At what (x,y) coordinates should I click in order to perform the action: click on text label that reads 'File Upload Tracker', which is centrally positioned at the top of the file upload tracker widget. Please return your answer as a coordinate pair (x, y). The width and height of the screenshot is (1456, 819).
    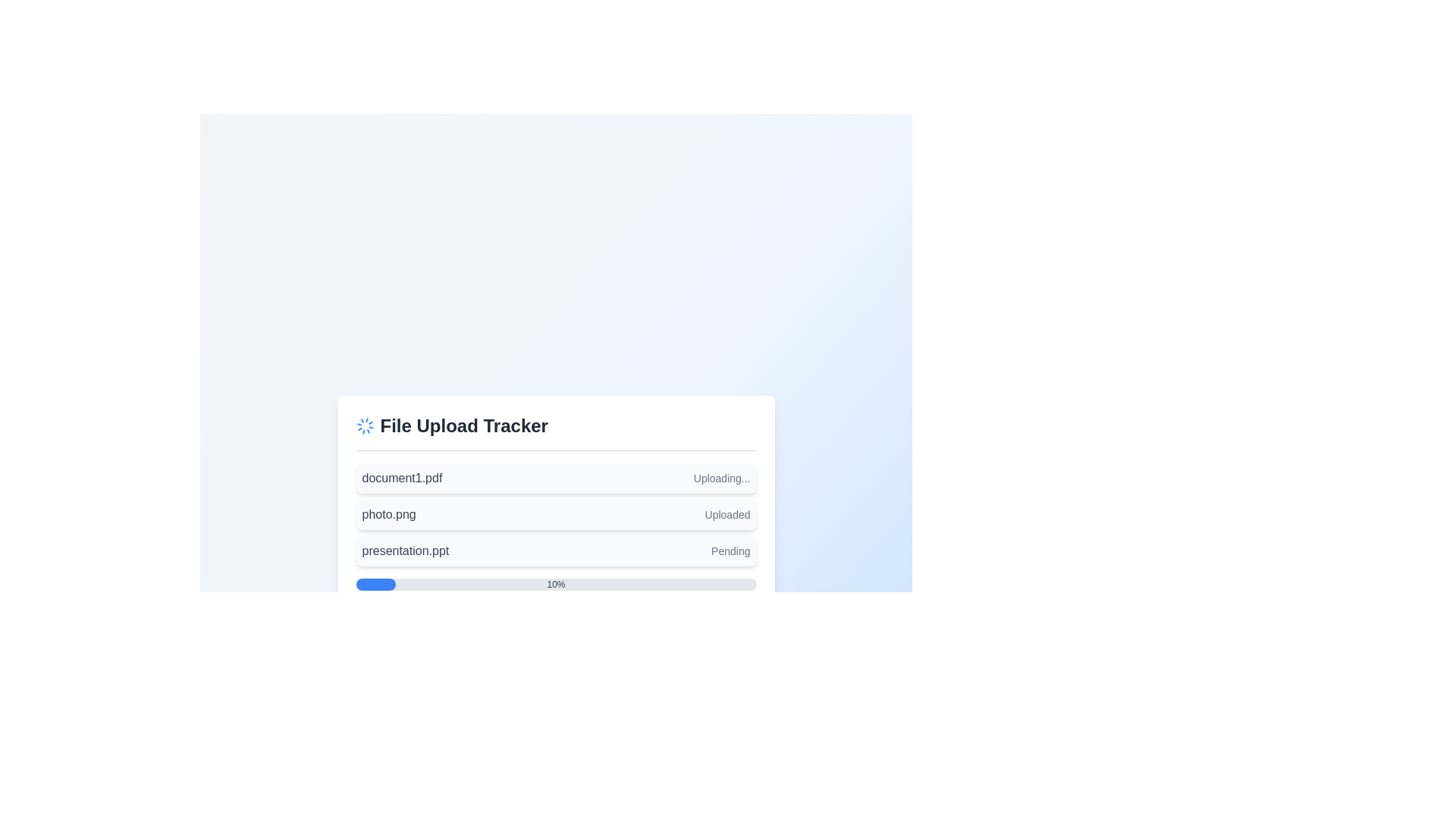
    Looking at the image, I should click on (463, 425).